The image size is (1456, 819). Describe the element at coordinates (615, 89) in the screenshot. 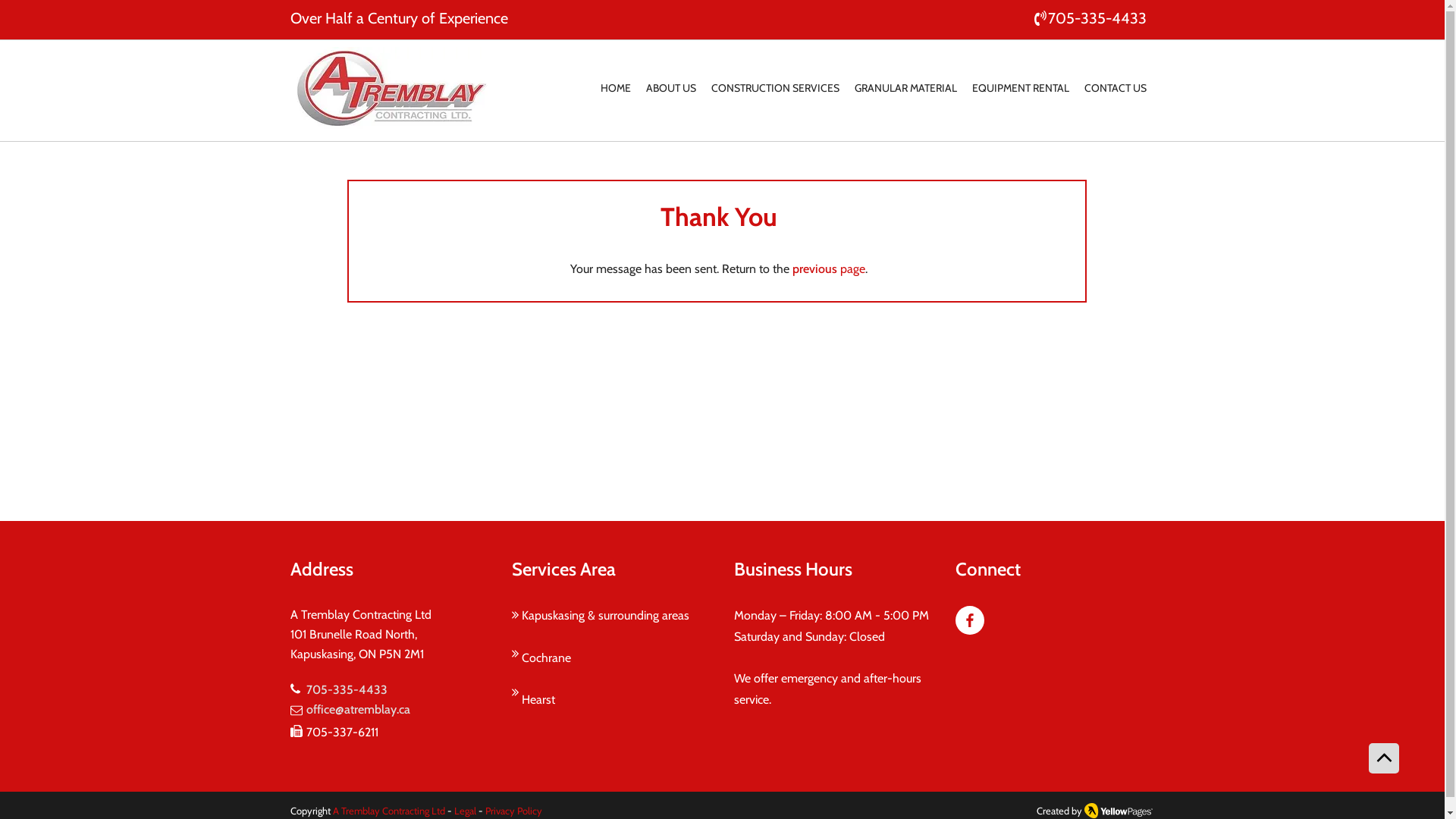

I see `'HOME'` at that location.